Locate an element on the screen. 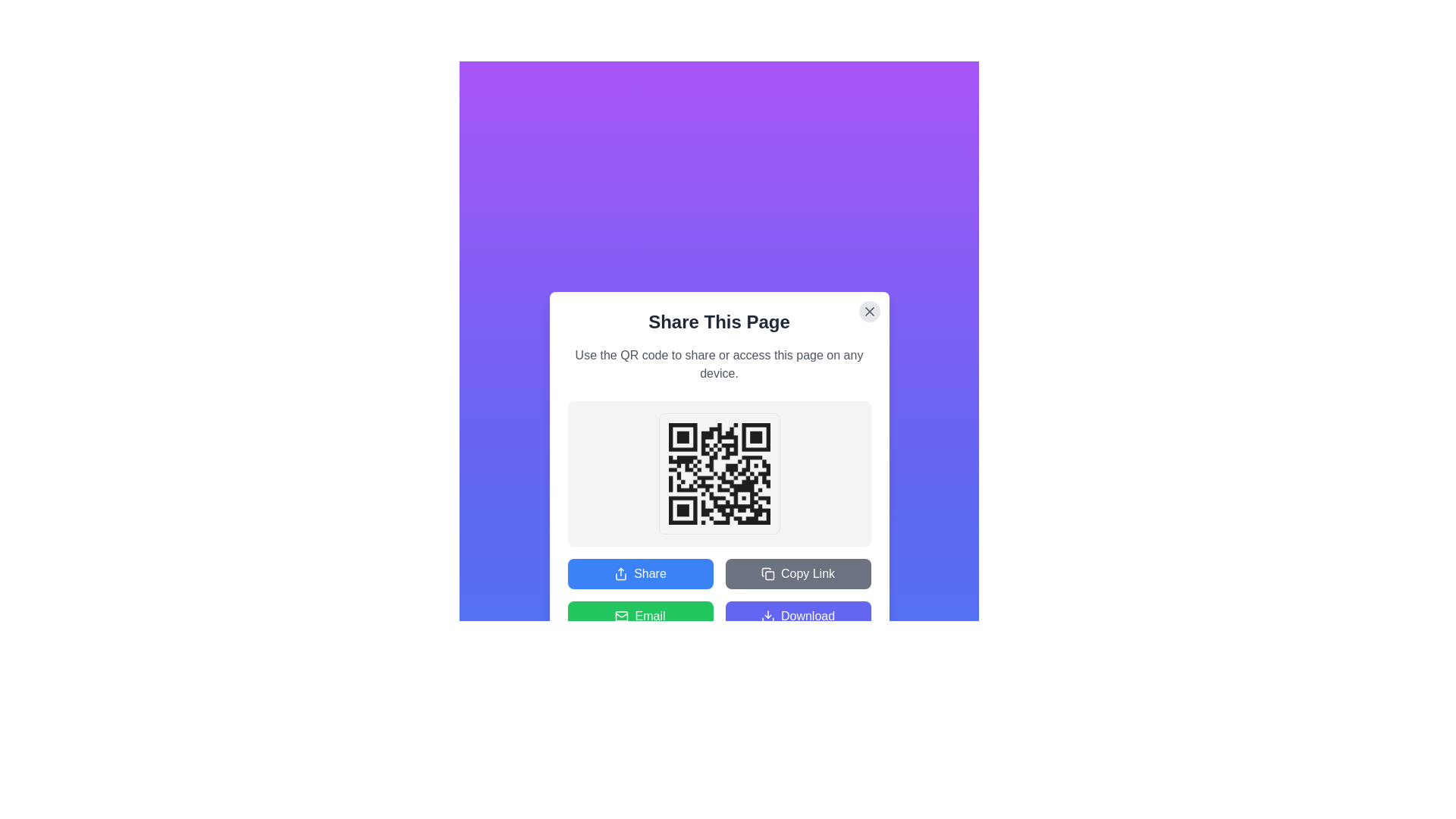 Image resolution: width=1456 pixels, height=819 pixels. the QR code in the modal dialog titled 'Share This Page' to interact or scan is located at coordinates (718, 470).